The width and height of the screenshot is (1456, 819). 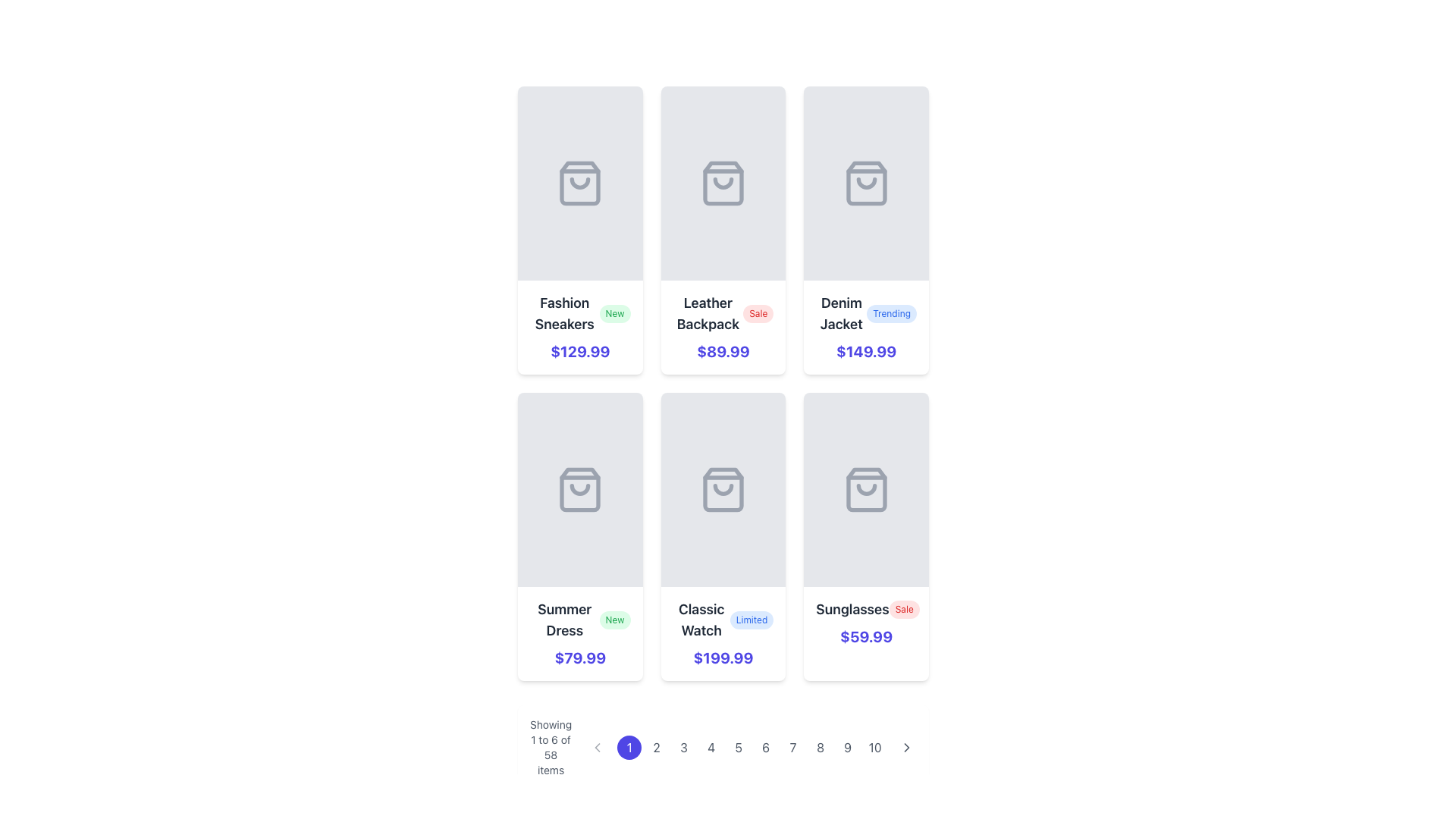 I want to click on the navigation button representing the 10th page, located as the rightmost button next to the button labeled '9' in the pagination system, so click(x=875, y=747).